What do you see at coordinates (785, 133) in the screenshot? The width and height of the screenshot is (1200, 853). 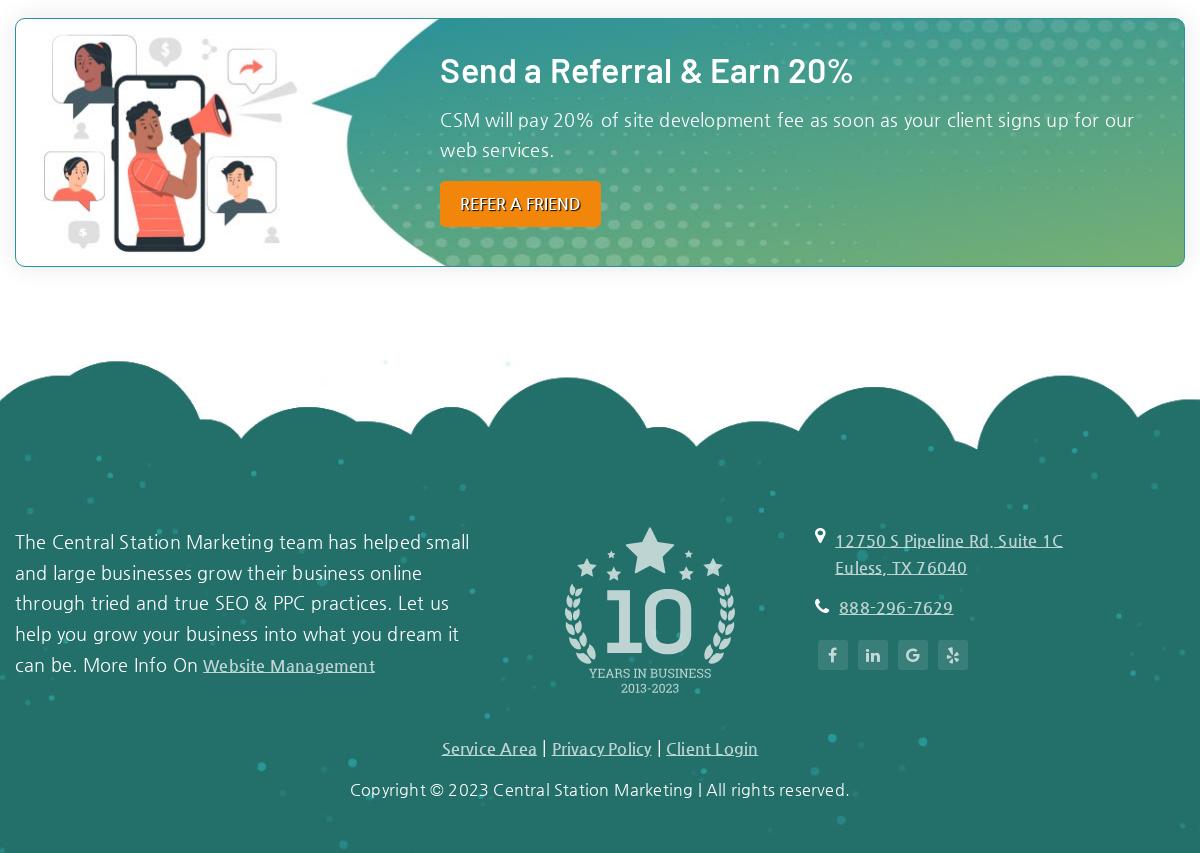 I see `'CSM will pay 20% of site development fee as soon as your client signs up for our web services.'` at bounding box center [785, 133].